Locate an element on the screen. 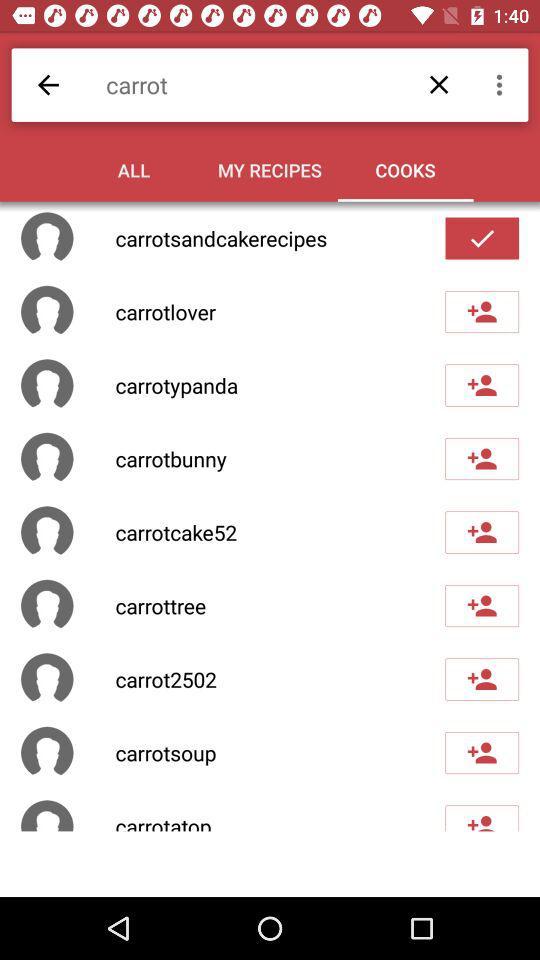 The height and width of the screenshot is (960, 540). people is located at coordinates (481, 384).